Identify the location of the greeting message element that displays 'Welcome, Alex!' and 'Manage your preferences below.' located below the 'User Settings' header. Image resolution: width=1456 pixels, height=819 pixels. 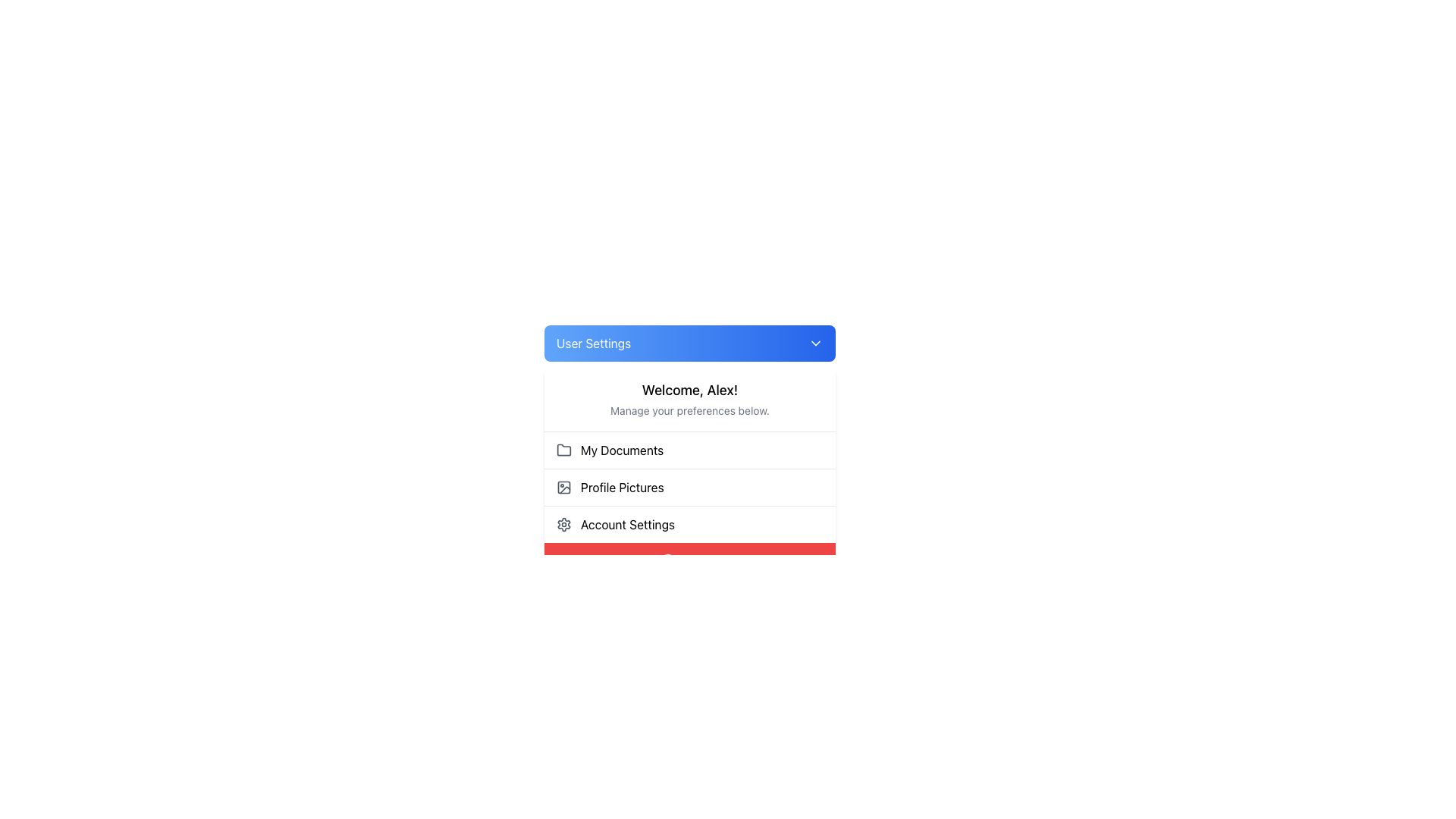
(689, 399).